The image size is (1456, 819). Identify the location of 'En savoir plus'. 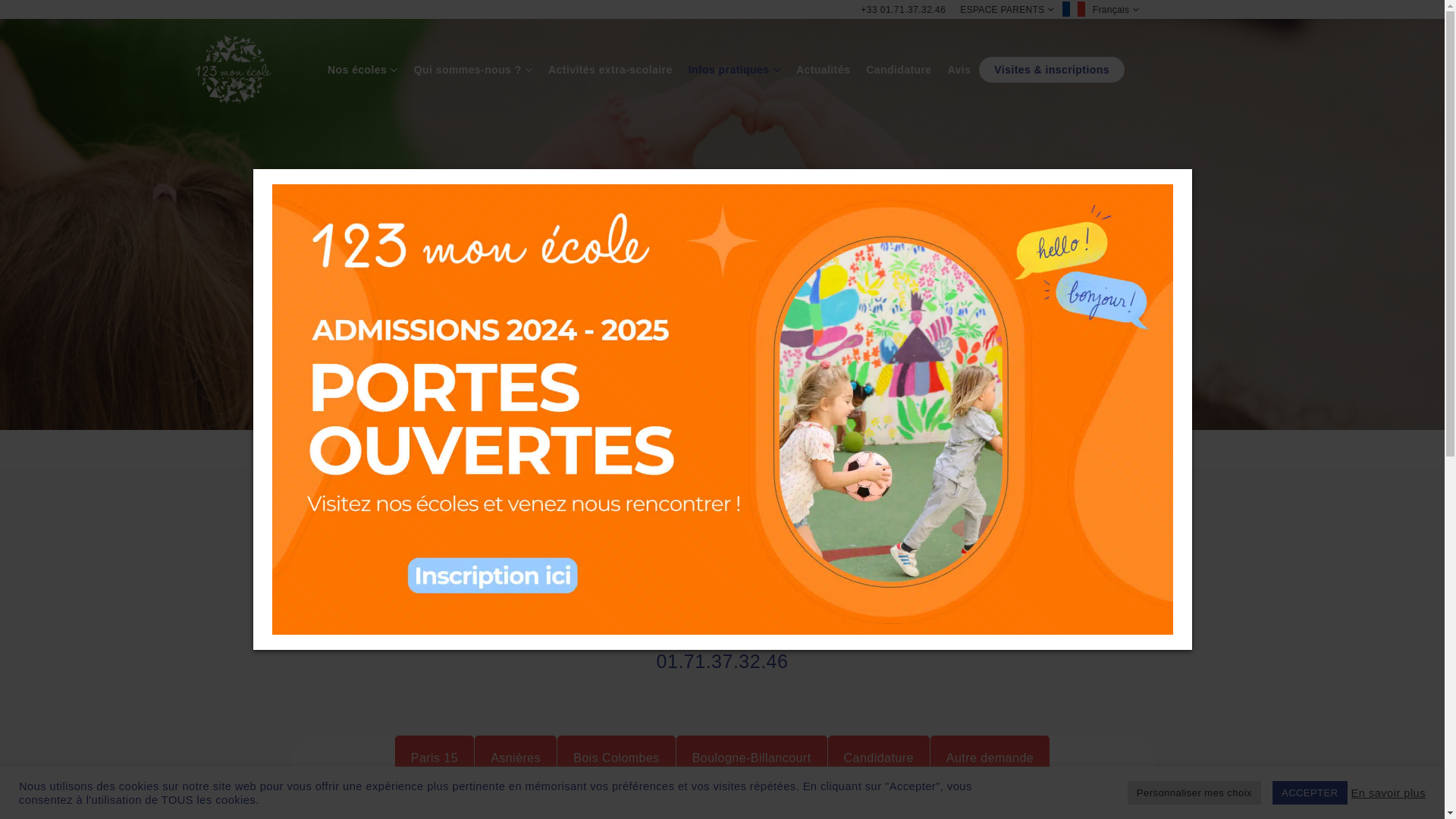
(1389, 792).